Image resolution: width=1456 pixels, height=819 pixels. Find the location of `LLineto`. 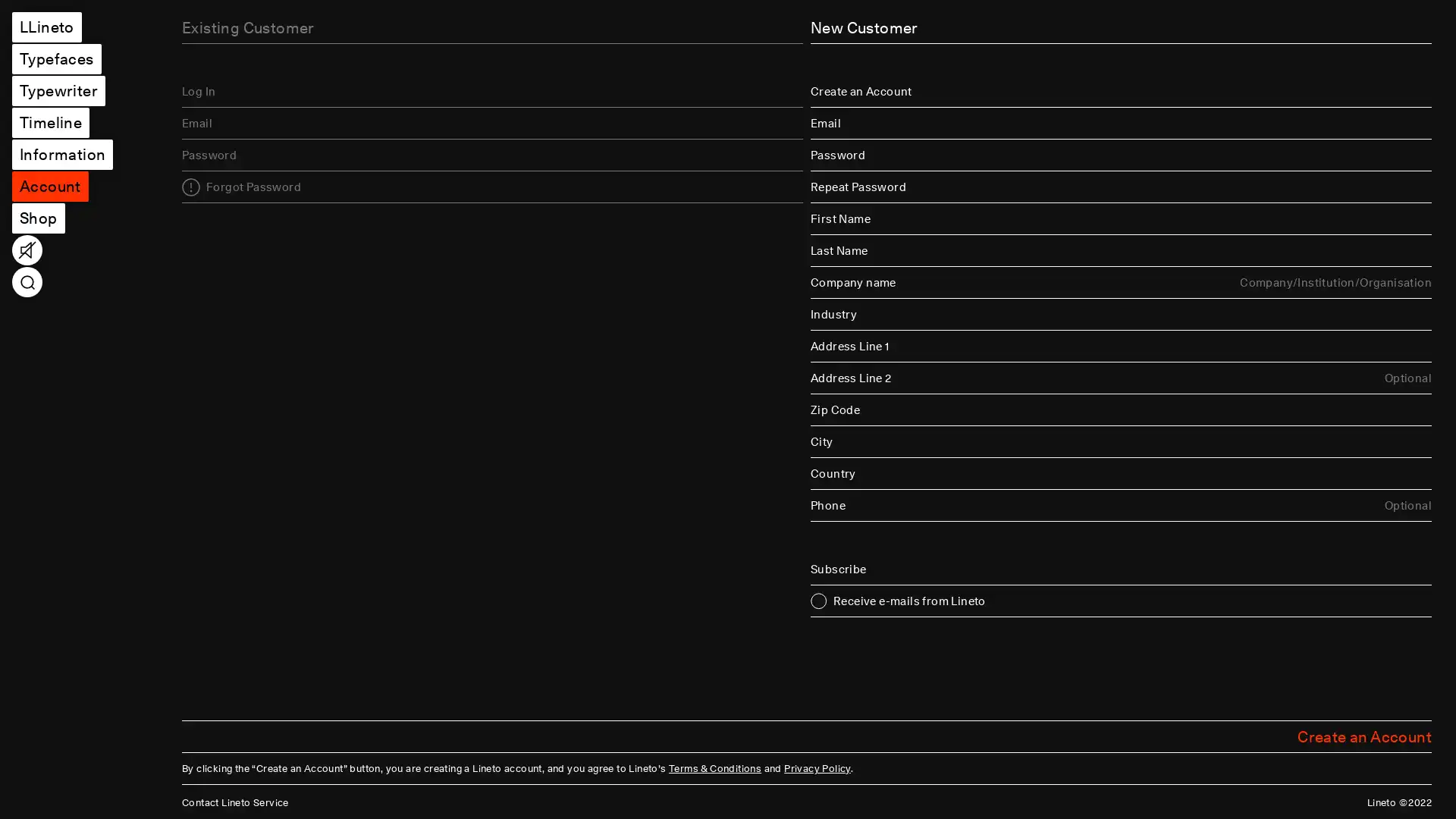

LLineto is located at coordinates (46, 27).